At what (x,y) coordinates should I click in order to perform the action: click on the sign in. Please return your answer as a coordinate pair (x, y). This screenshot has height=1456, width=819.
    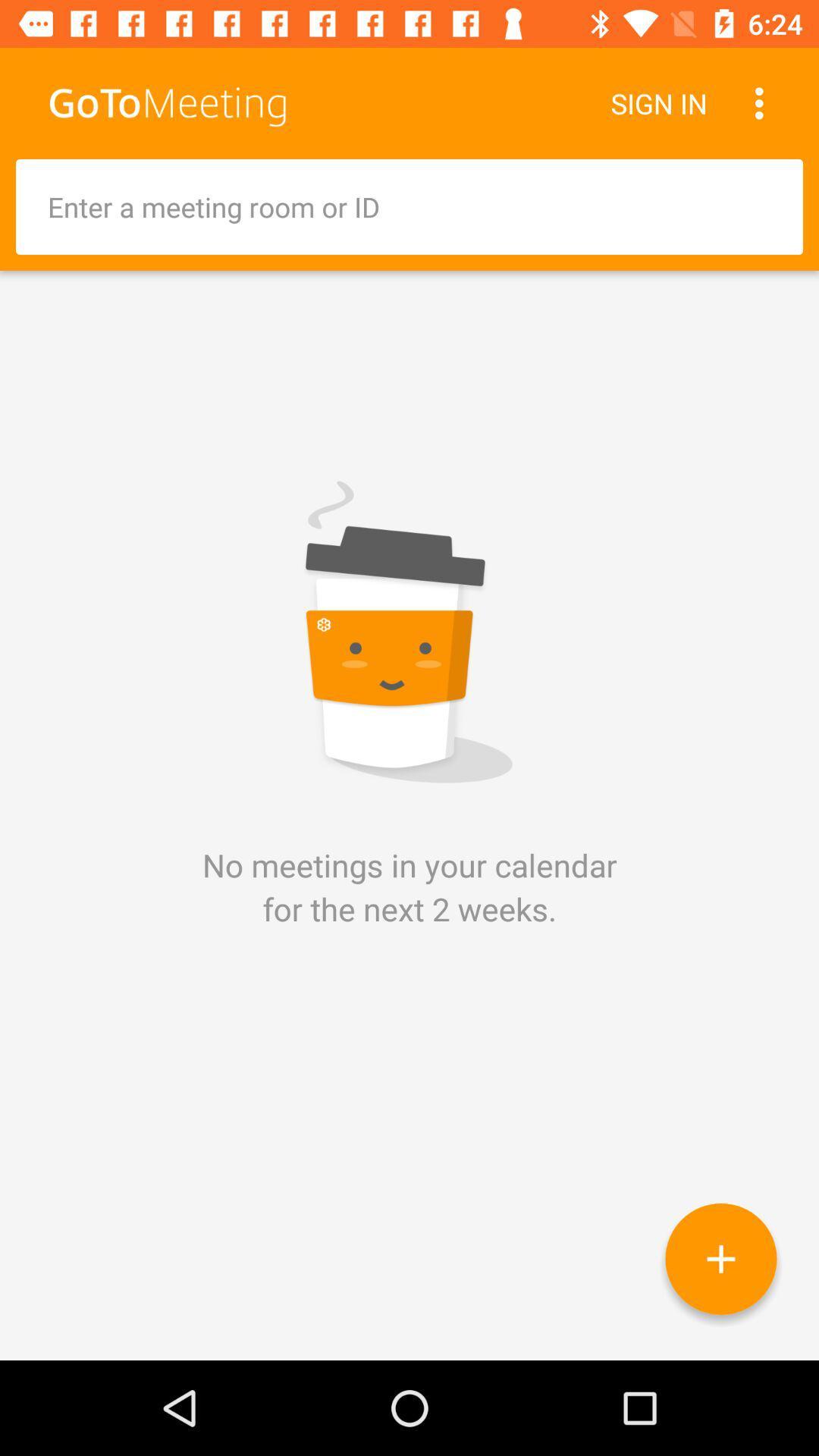
    Looking at the image, I should click on (658, 102).